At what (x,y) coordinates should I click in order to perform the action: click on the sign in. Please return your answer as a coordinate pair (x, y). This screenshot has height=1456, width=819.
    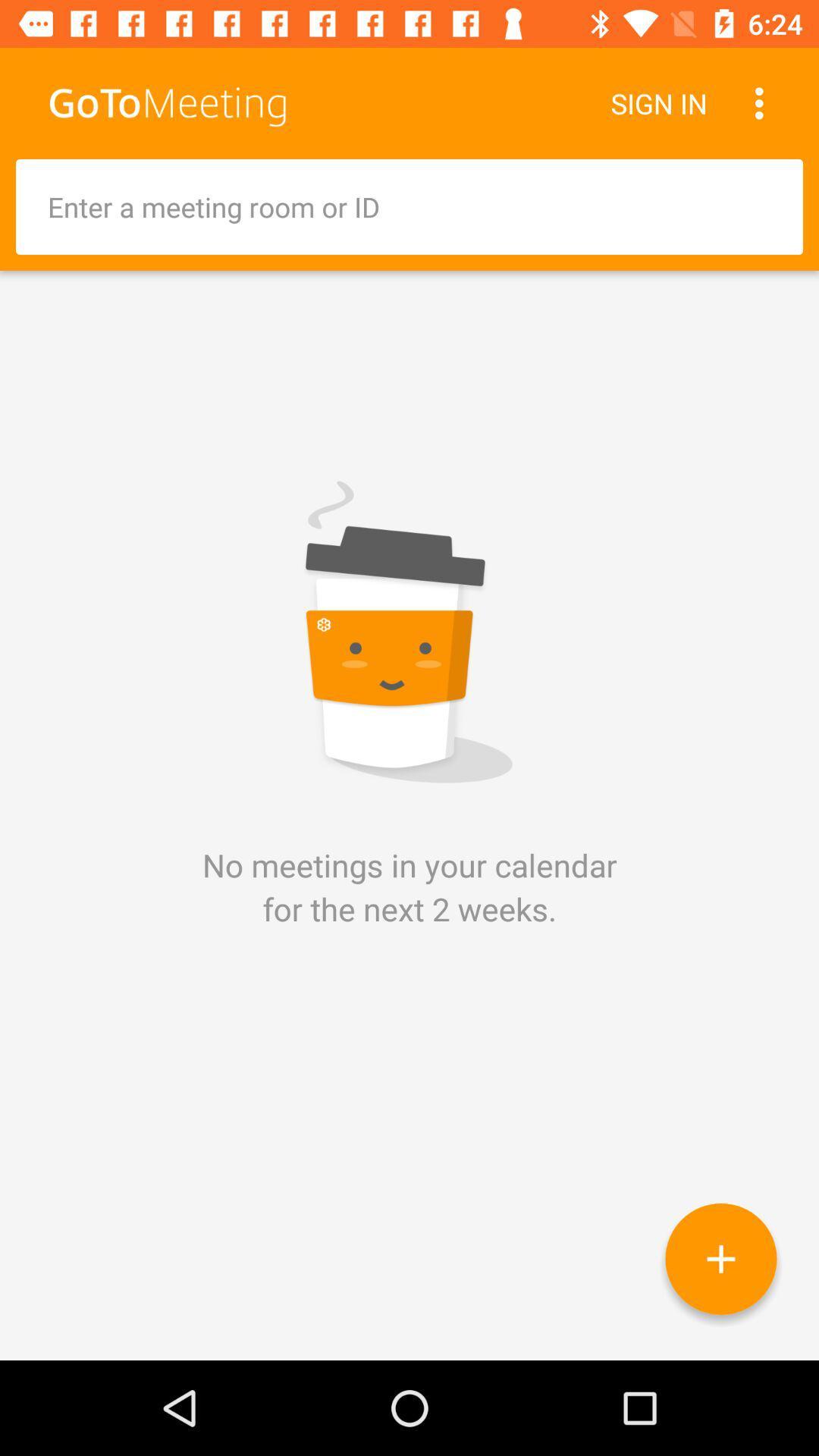
    Looking at the image, I should click on (658, 102).